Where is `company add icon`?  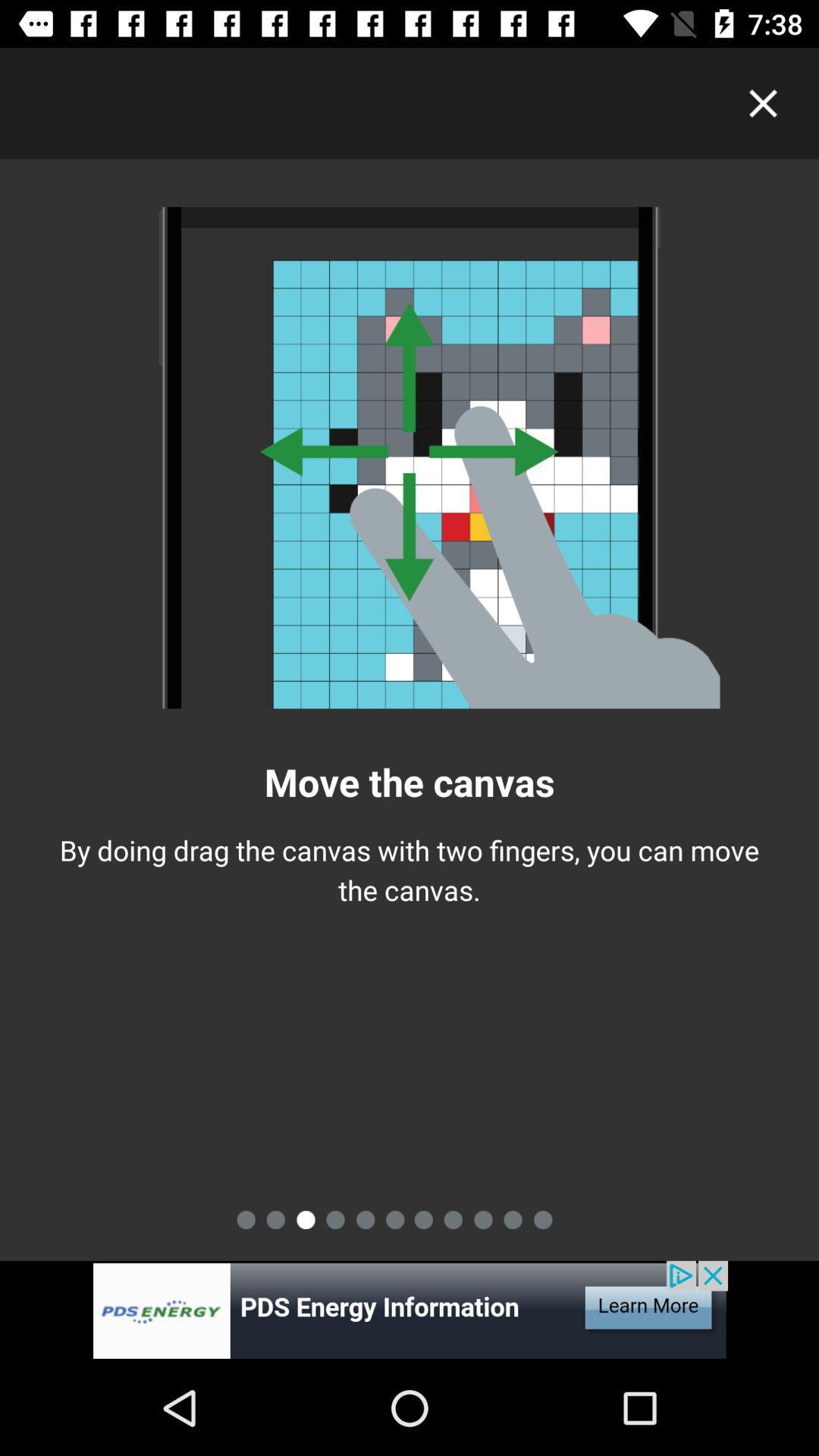 company add icon is located at coordinates (409, 1310).